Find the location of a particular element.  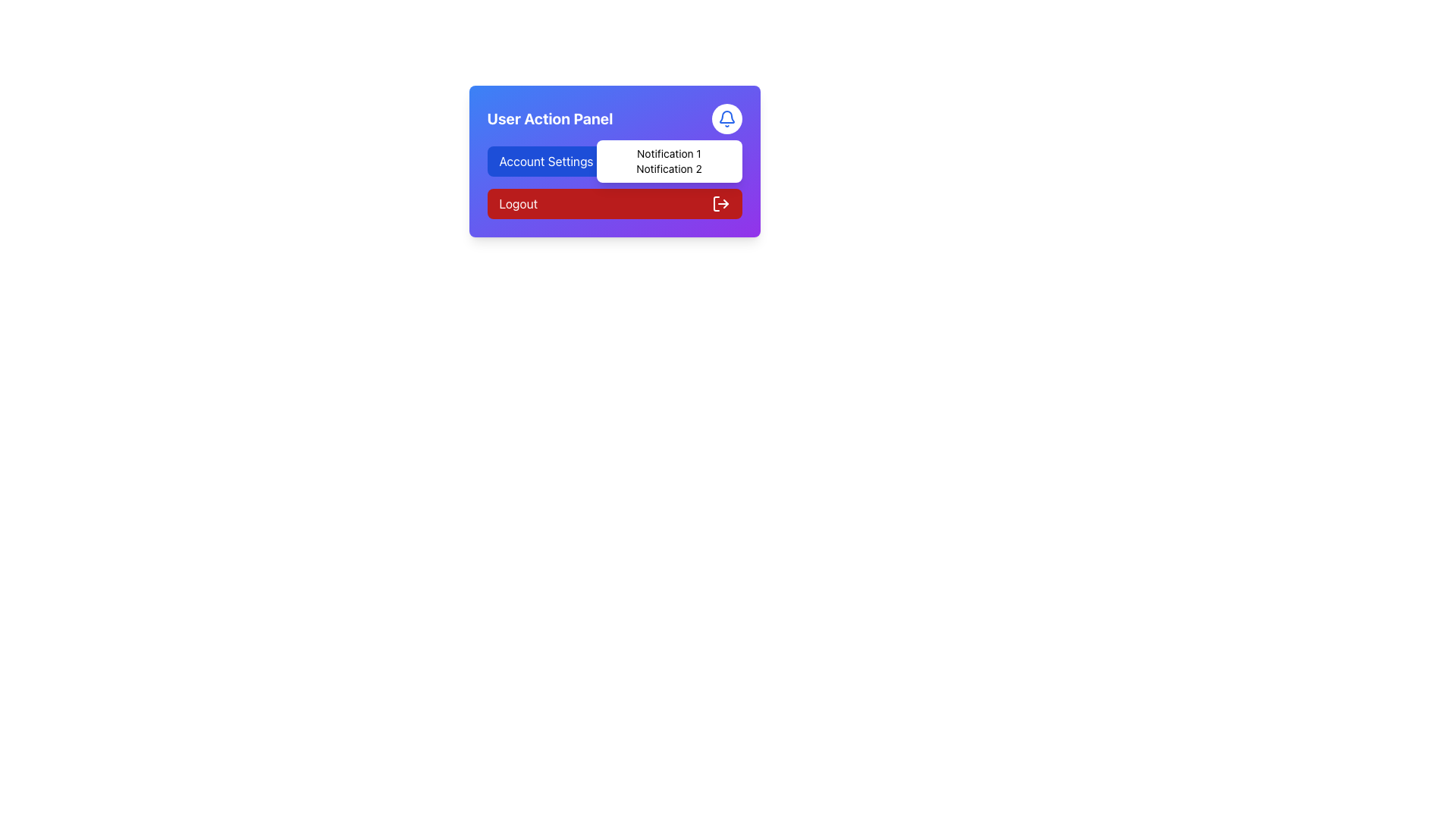

the 'Account Settings' button, which is styled in white text on a blue background and located in the 'User Action Panel', to possibly highlight or reveal additional information is located at coordinates (546, 161).